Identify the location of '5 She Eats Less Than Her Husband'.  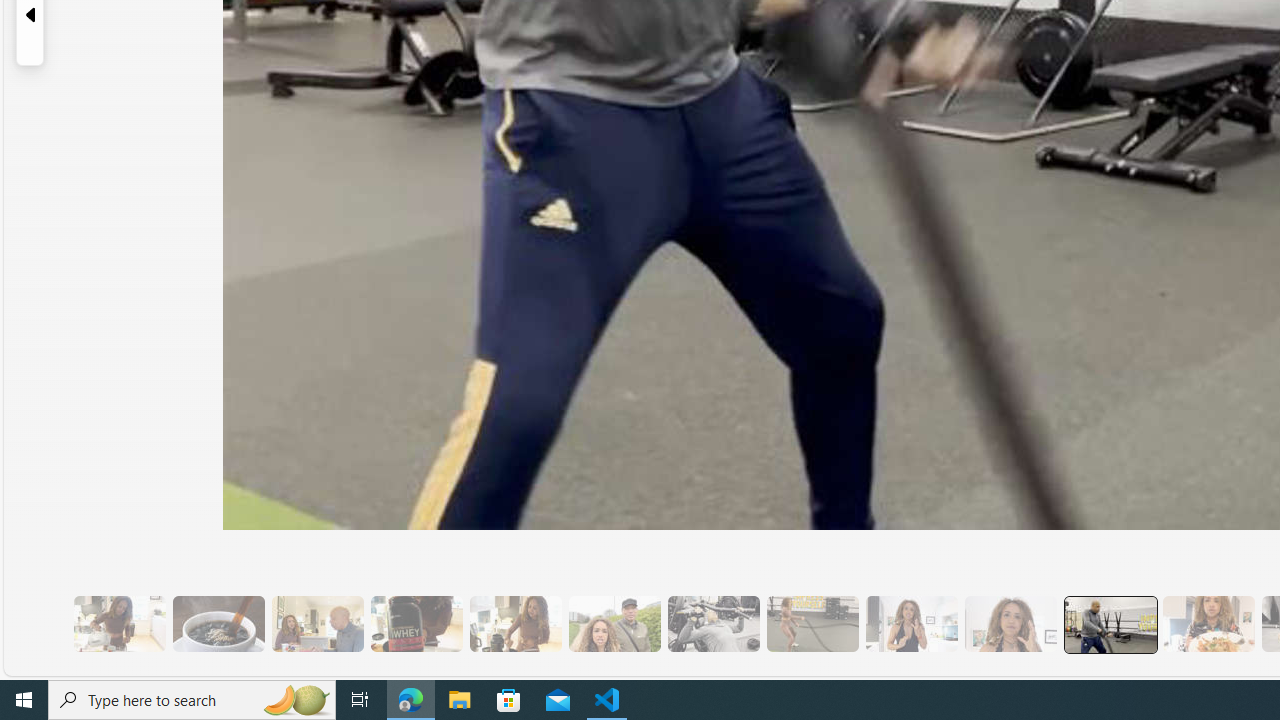
(316, 623).